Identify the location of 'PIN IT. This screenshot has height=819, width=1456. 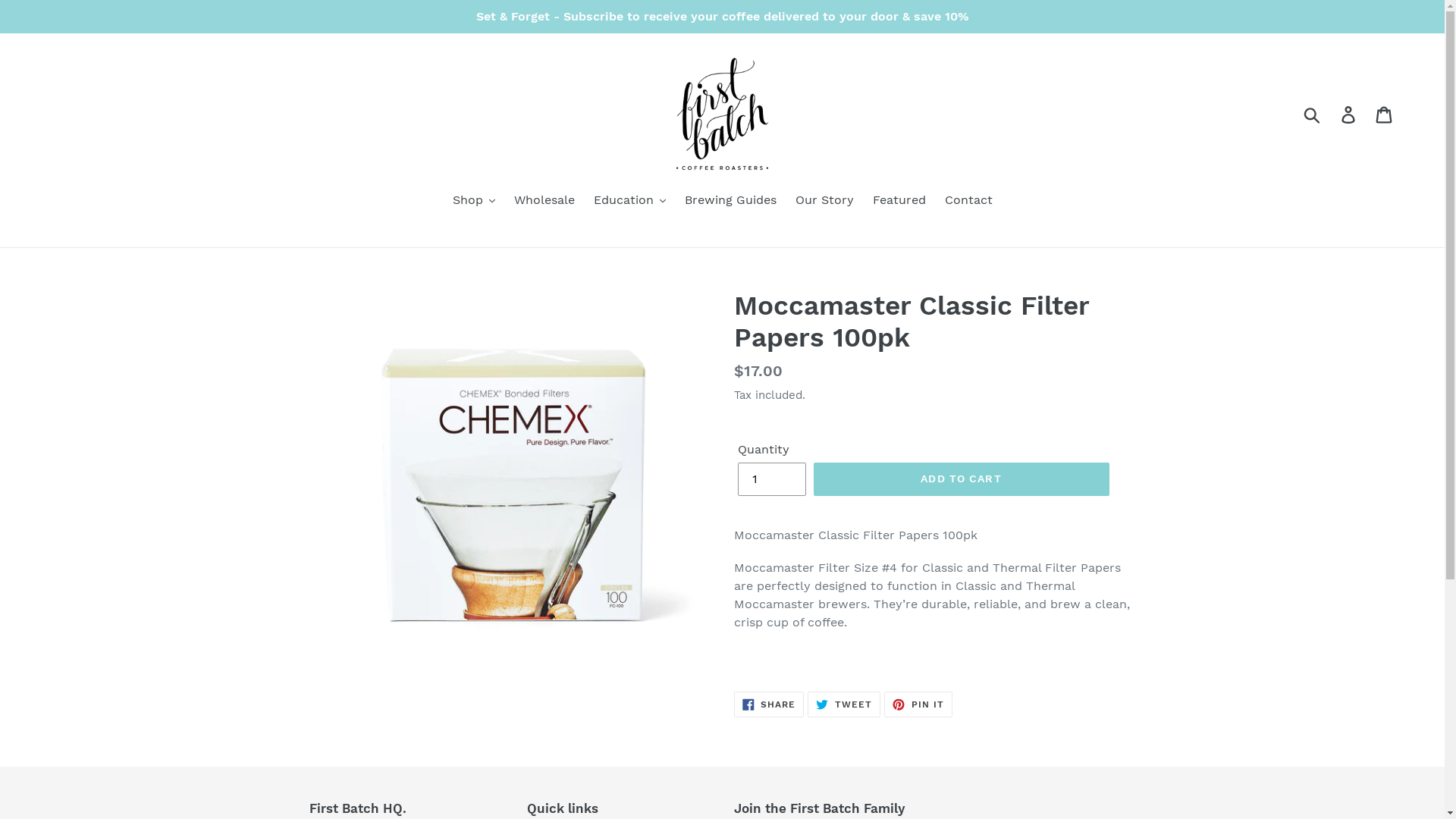
(917, 704).